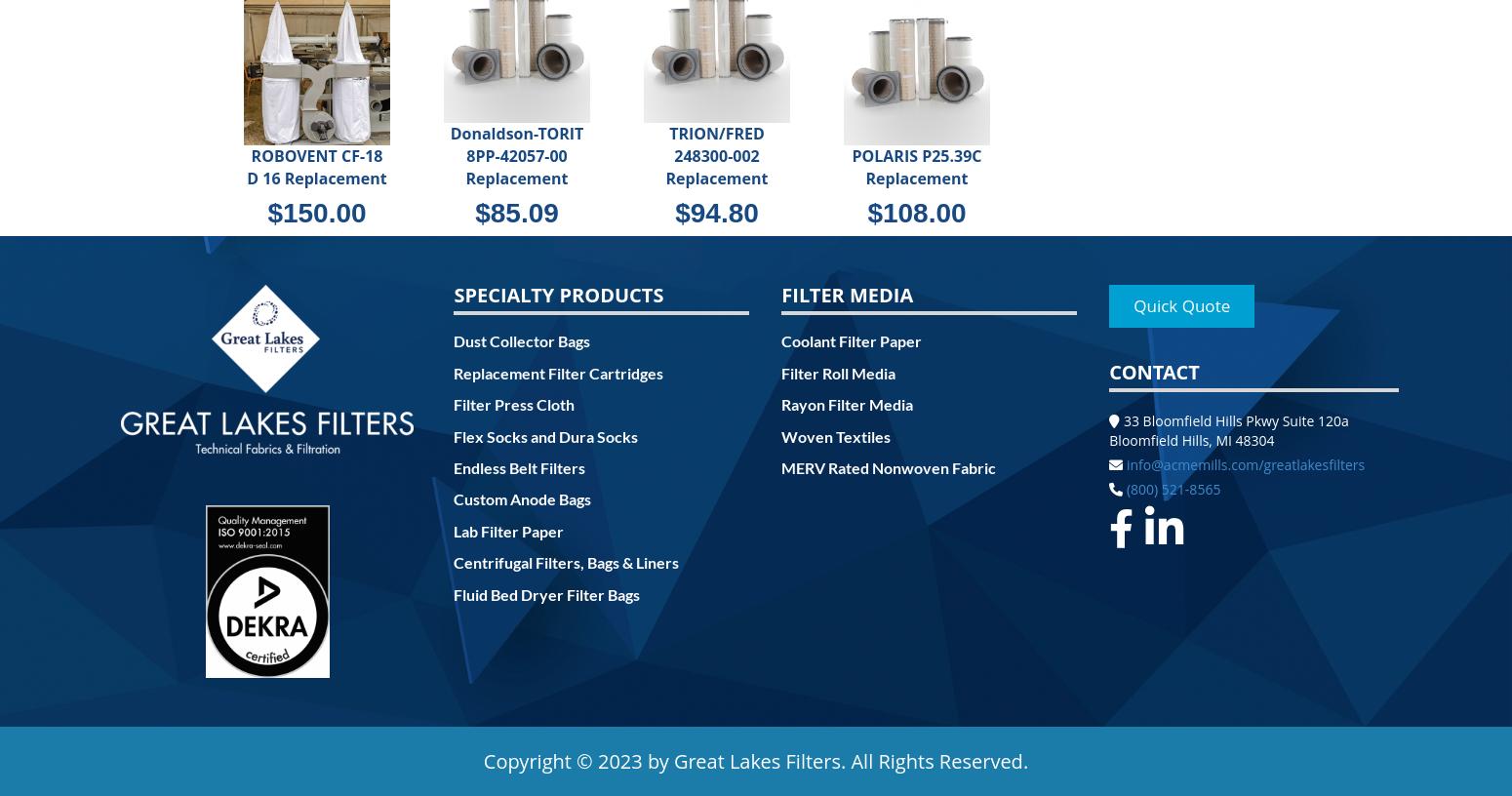  I want to click on 'Flex Socks and Dura Socks', so click(545, 434).